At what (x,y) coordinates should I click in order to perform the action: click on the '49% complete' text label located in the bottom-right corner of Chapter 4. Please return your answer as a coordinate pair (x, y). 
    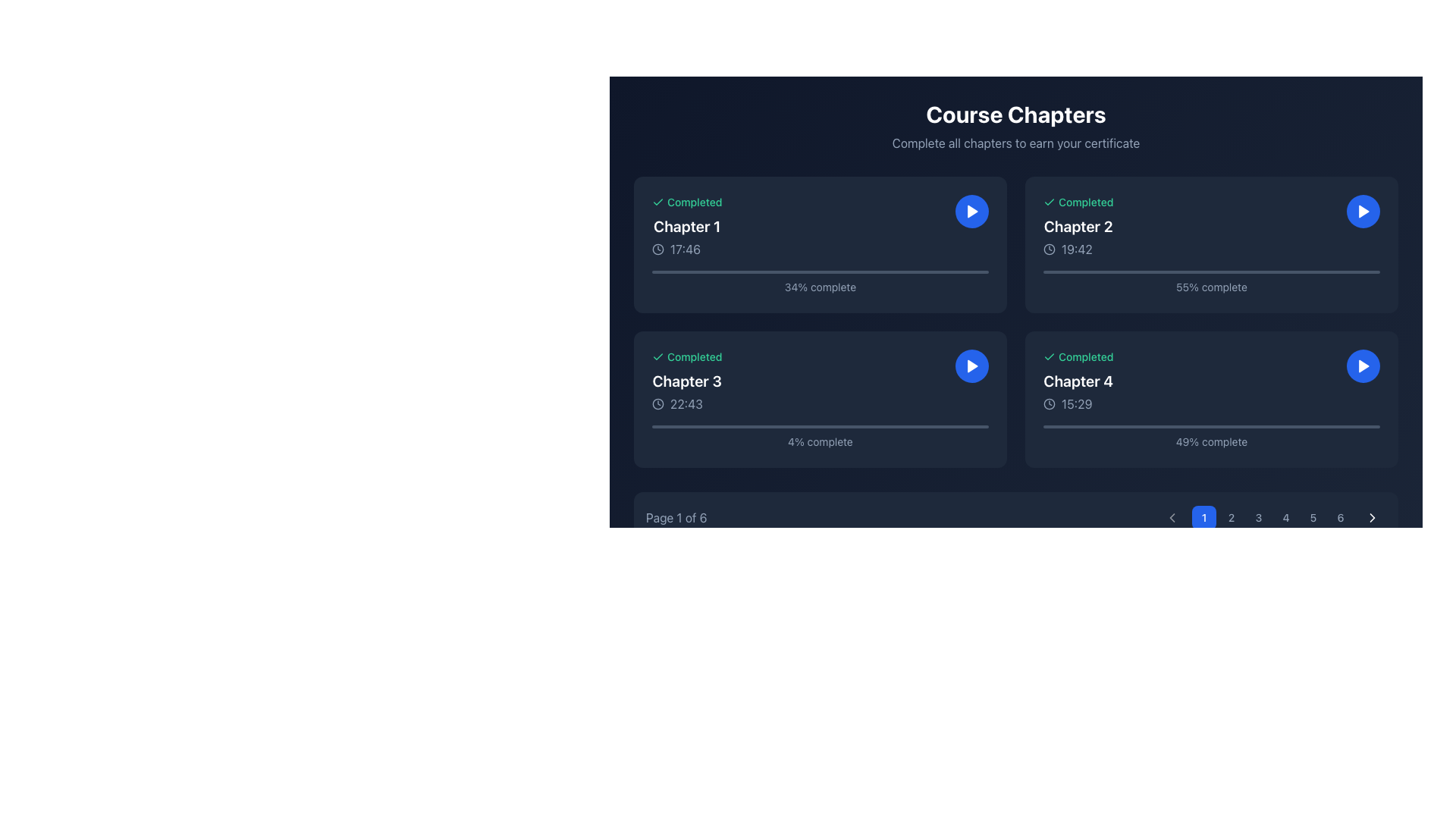
    Looking at the image, I should click on (1211, 438).